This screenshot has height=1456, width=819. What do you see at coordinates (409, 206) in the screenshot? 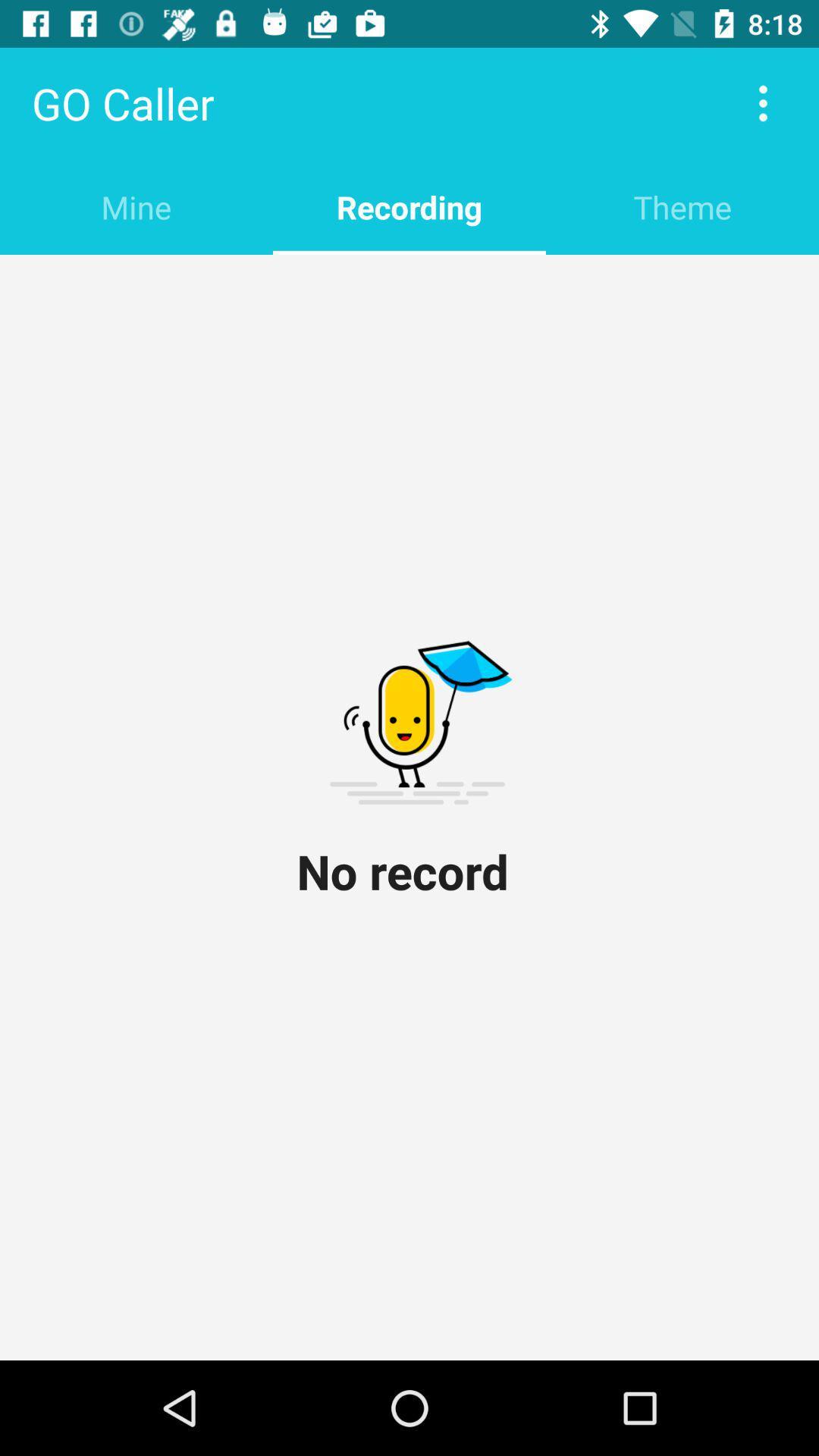
I see `icon to the right of the mine item` at bounding box center [409, 206].